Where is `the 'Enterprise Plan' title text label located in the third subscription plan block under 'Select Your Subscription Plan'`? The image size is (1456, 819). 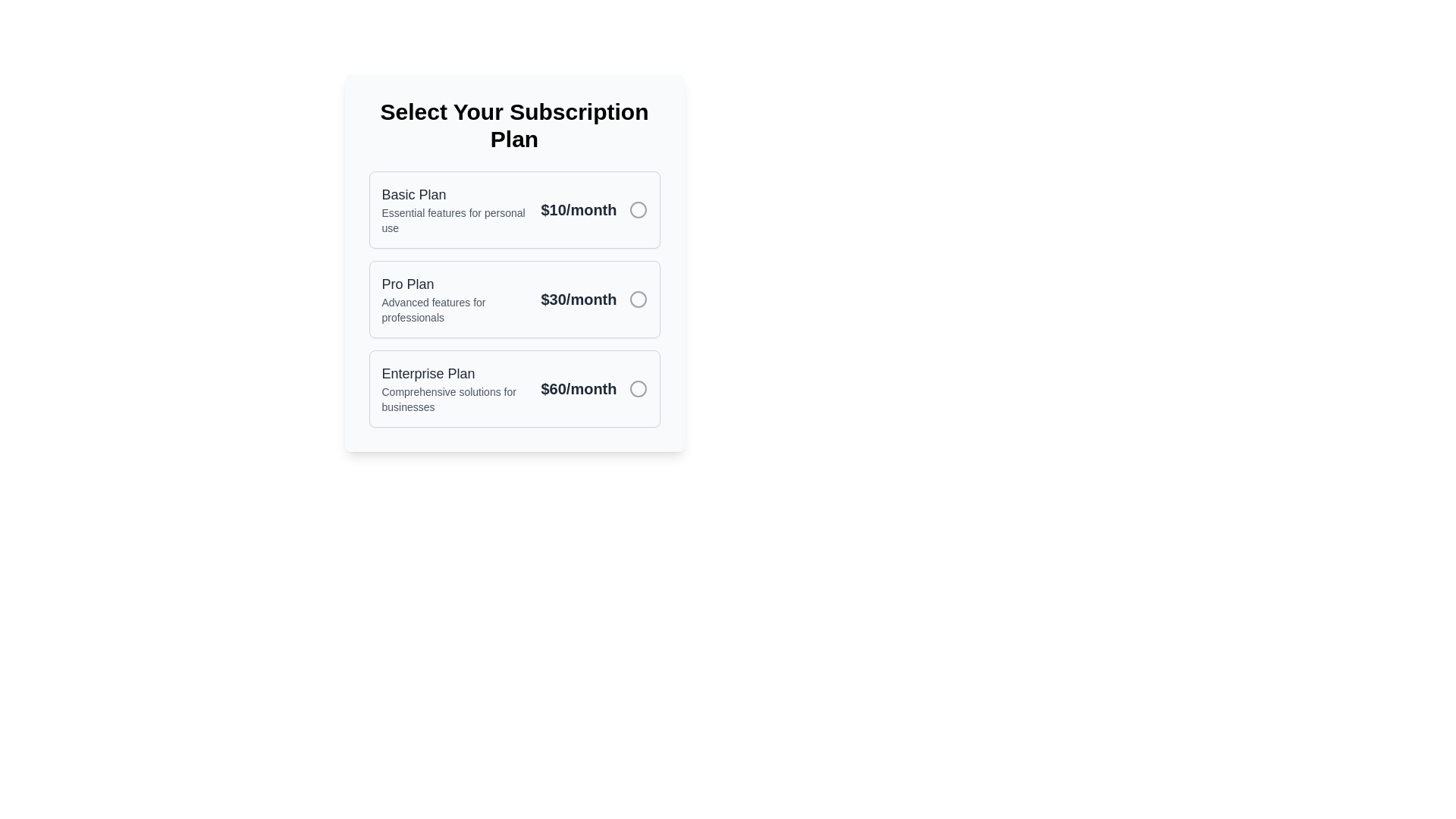
the 'Enterprise Plan' title text label located in the third subscription plan block under 'Select Your Subscription Plan' is located at coordinates (454, 374).